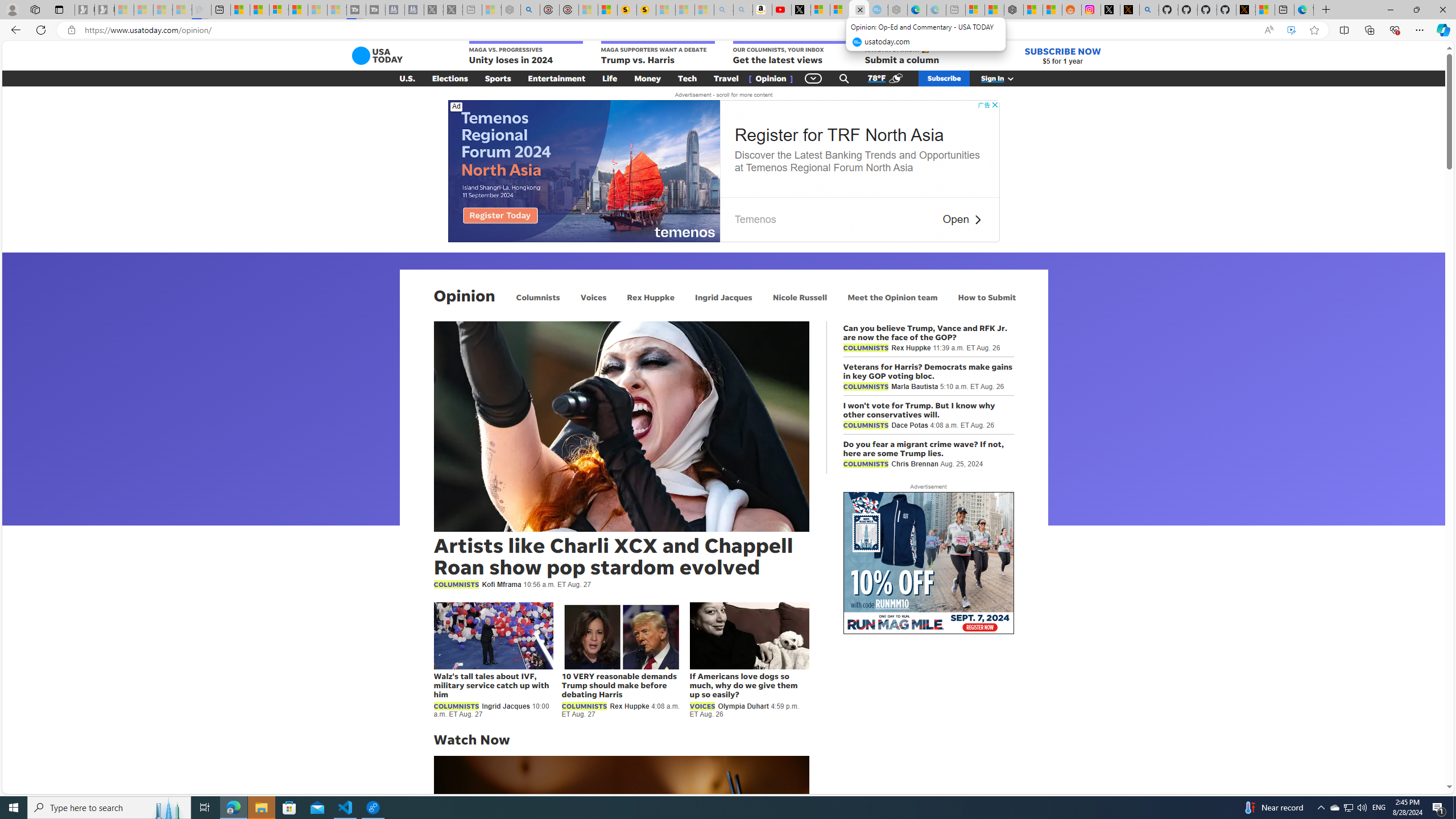  Describe the element at coordinates (1062, 55) in the screenshot. I see `'SUBSCRIBE NOW $5 for 1 year'` at that location.